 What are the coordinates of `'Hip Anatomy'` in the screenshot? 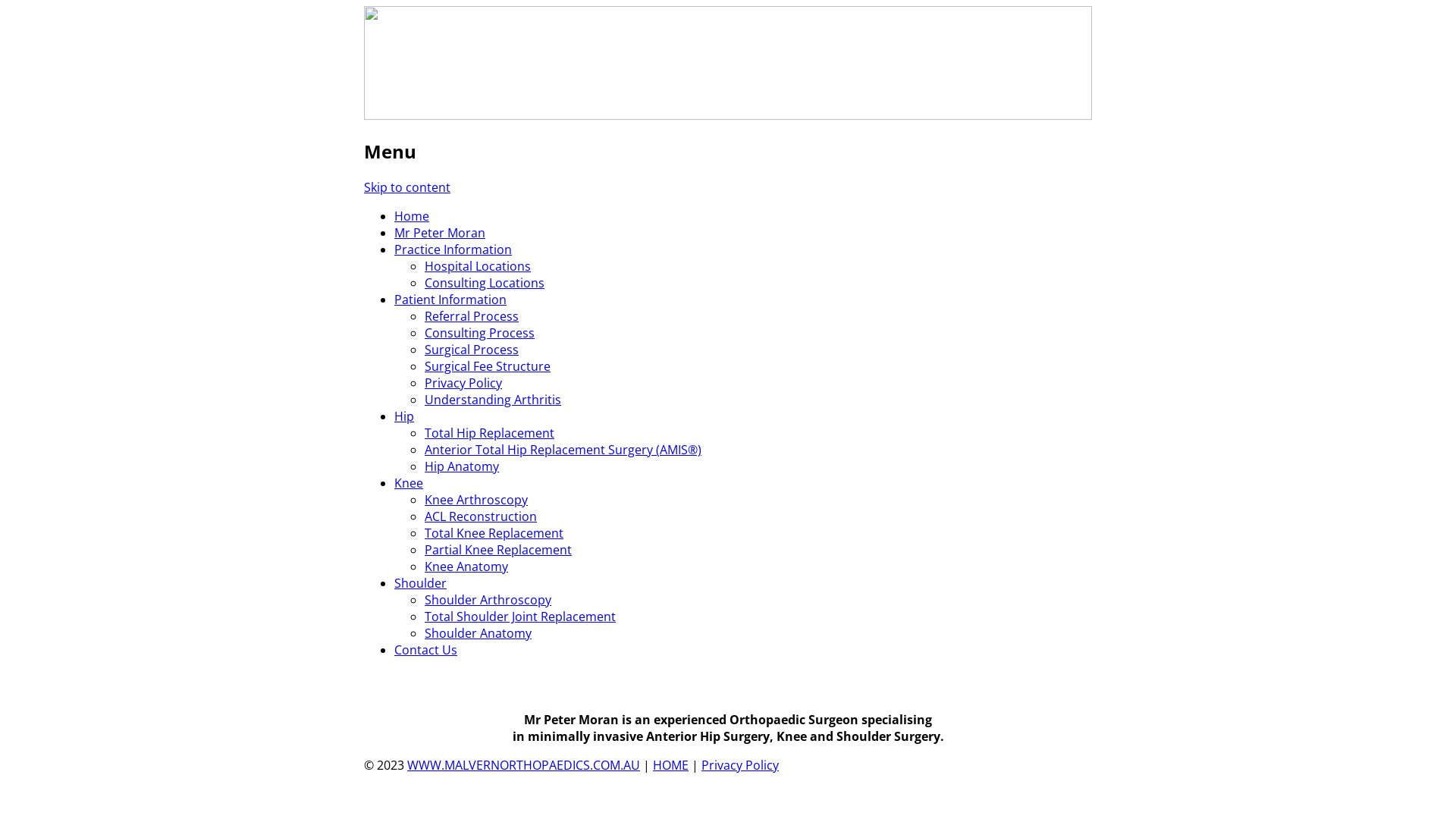 It's located at (461, 465).